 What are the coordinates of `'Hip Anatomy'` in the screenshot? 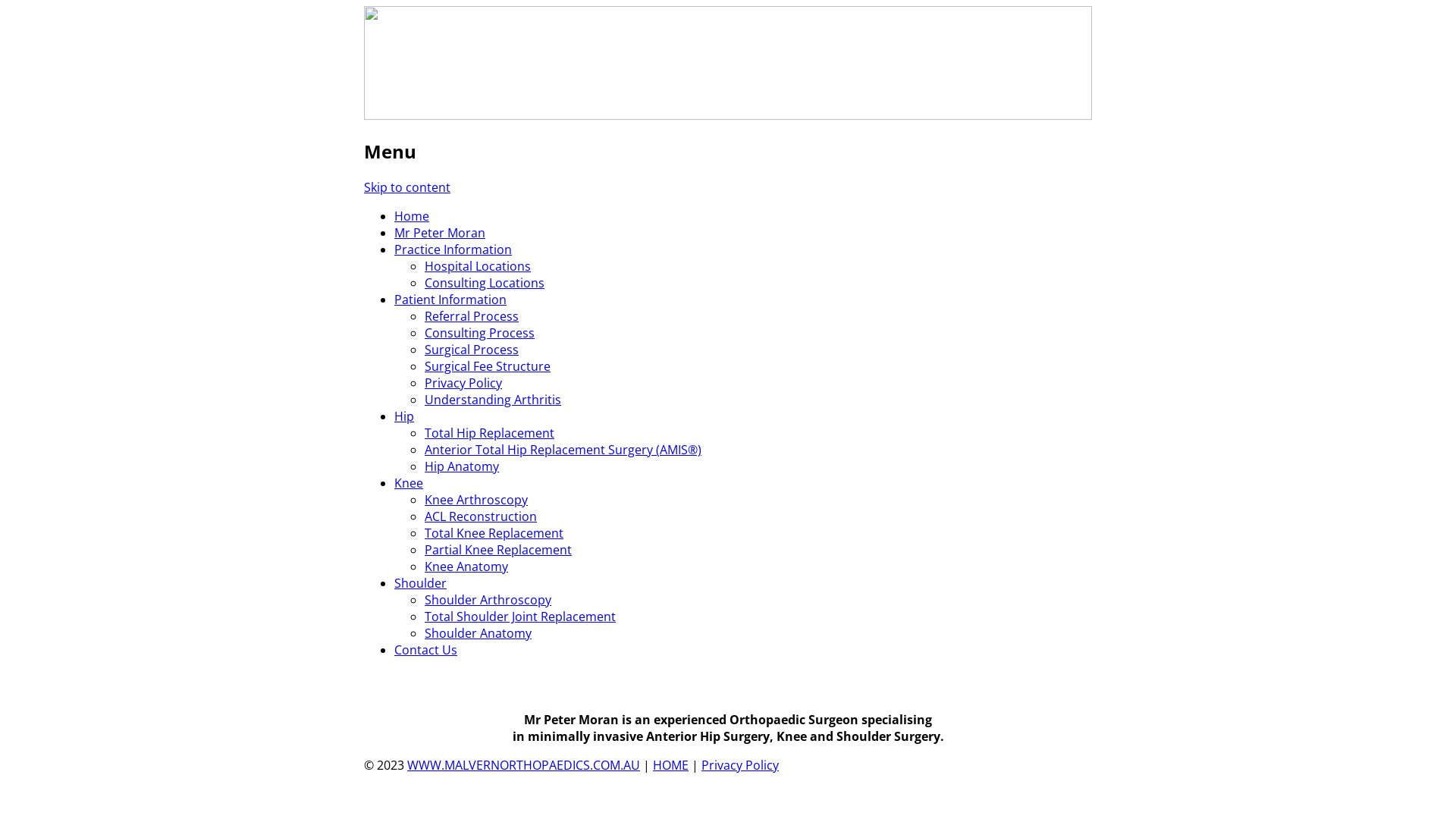 It's located at (461, 465).